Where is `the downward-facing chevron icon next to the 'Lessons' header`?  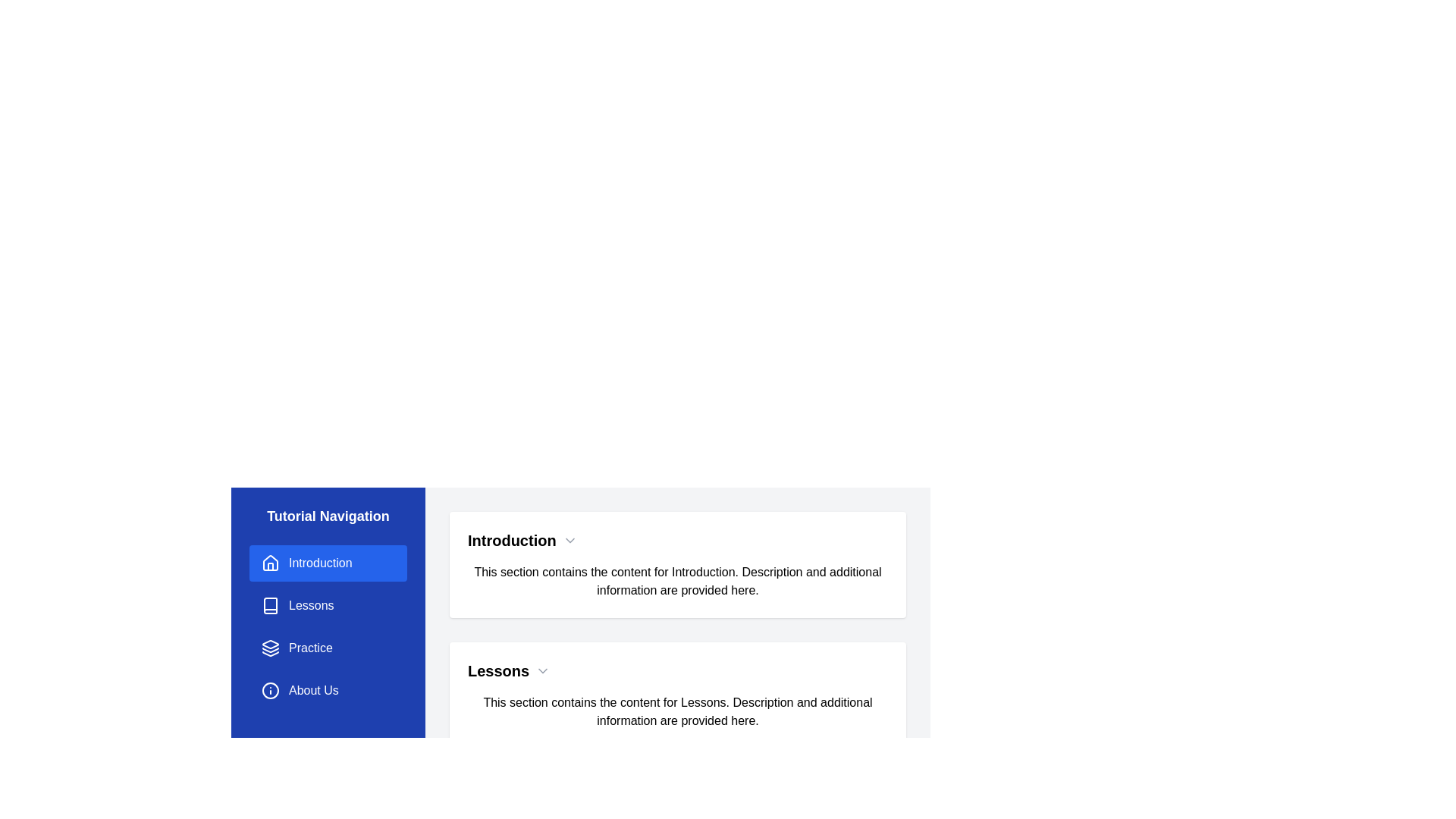 the downward-facing chevron icon next to the 'Lessons' header is located at coordinates (543, 670).